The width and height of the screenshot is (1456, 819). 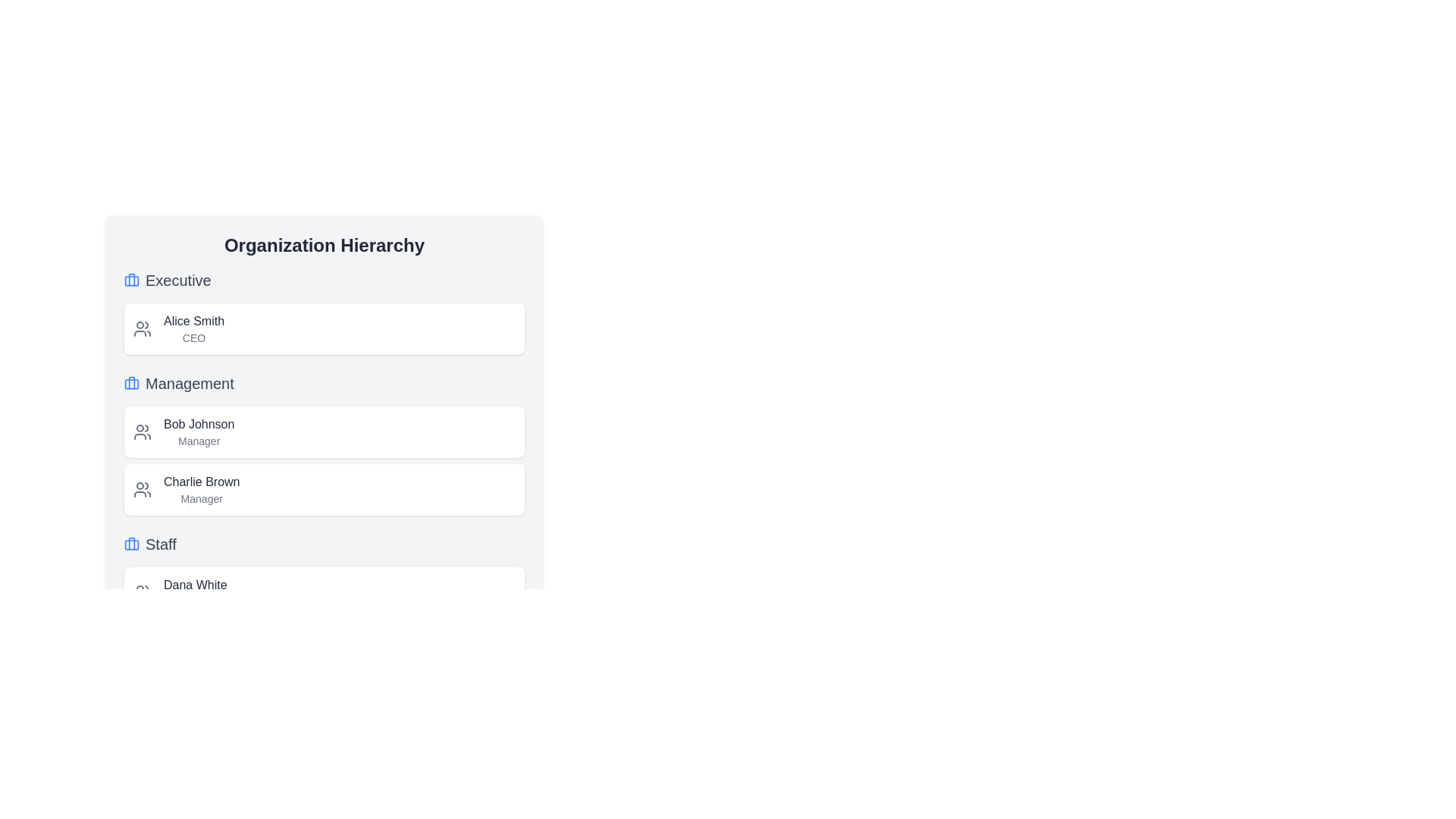 What do you see at coordinates (131, 281) in the screenshot?
I see `structure of the SVG rectangle component that represents the body of the suitcase icon next to the 'Executive' header in the 'Organization Hierarchy' component` at bounding box center [131, 281].